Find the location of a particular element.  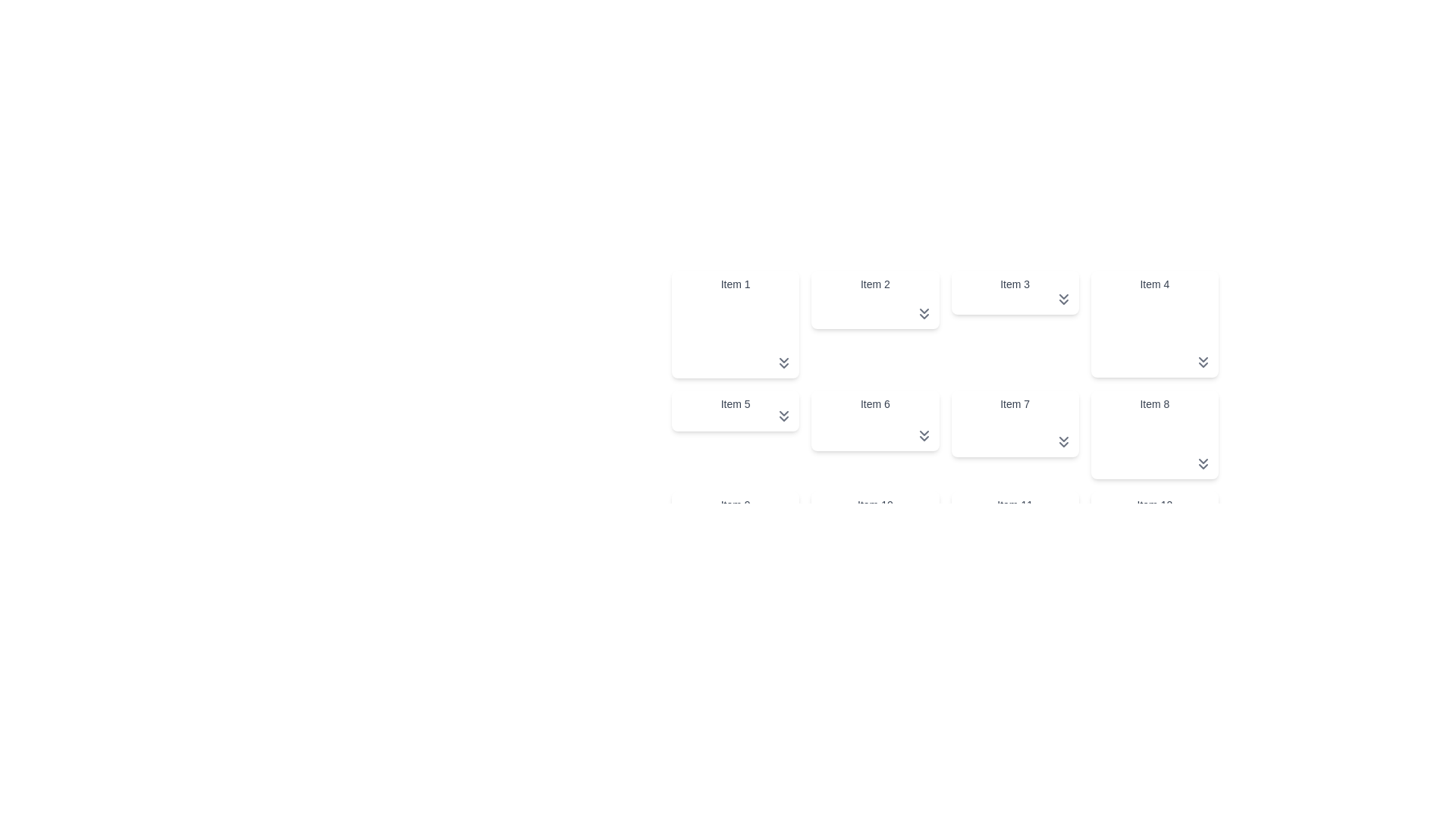

the card labeled 'Item 12' located in the bottom-right corner of the grid is located at coordinates (1153, 538).